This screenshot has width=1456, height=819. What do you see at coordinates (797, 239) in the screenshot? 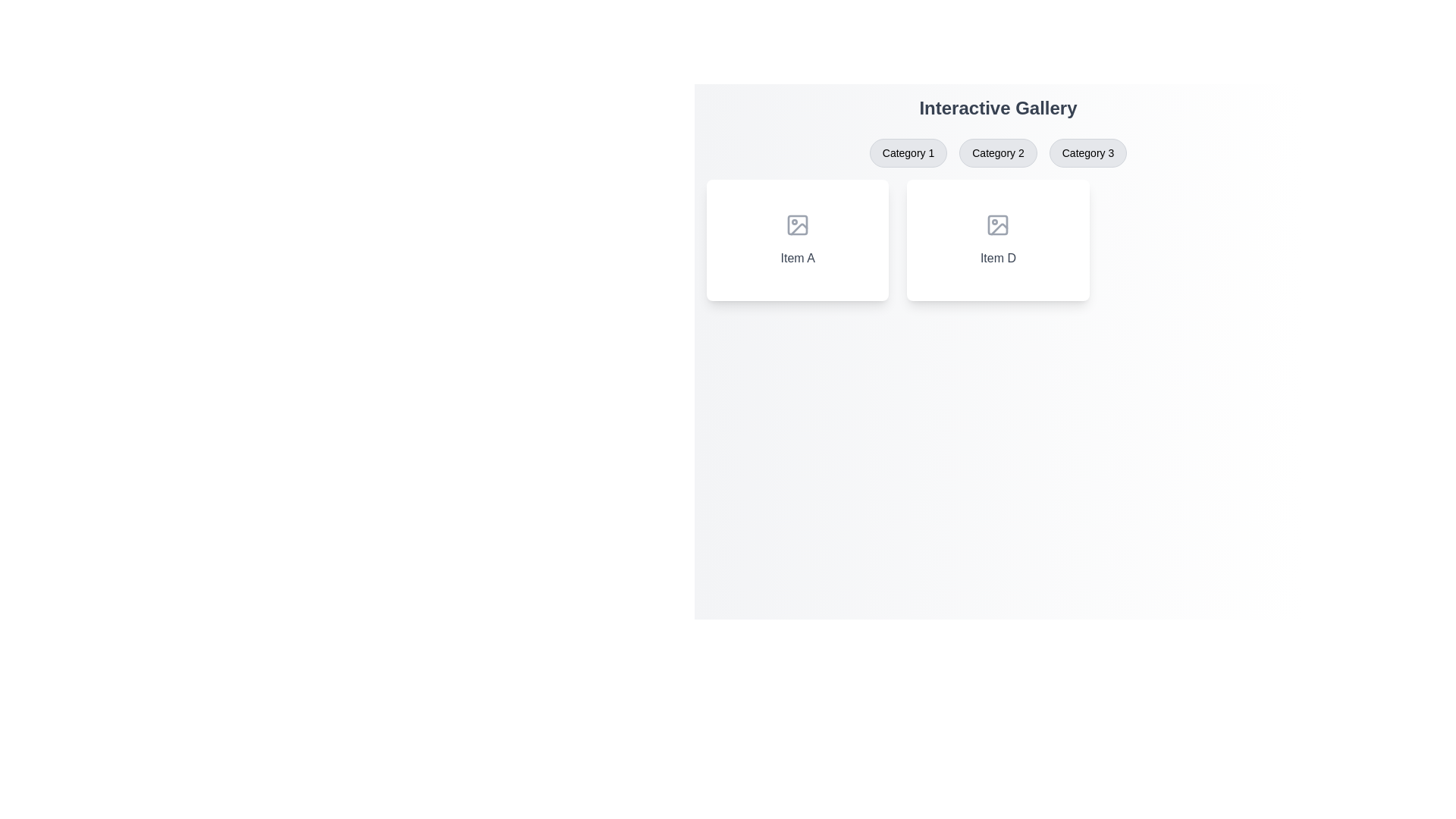
I see `the first card UI component displaying 'Item A' with a gray image icon at the top, located slightly below the category buttons` at bounding box center [797, 239].